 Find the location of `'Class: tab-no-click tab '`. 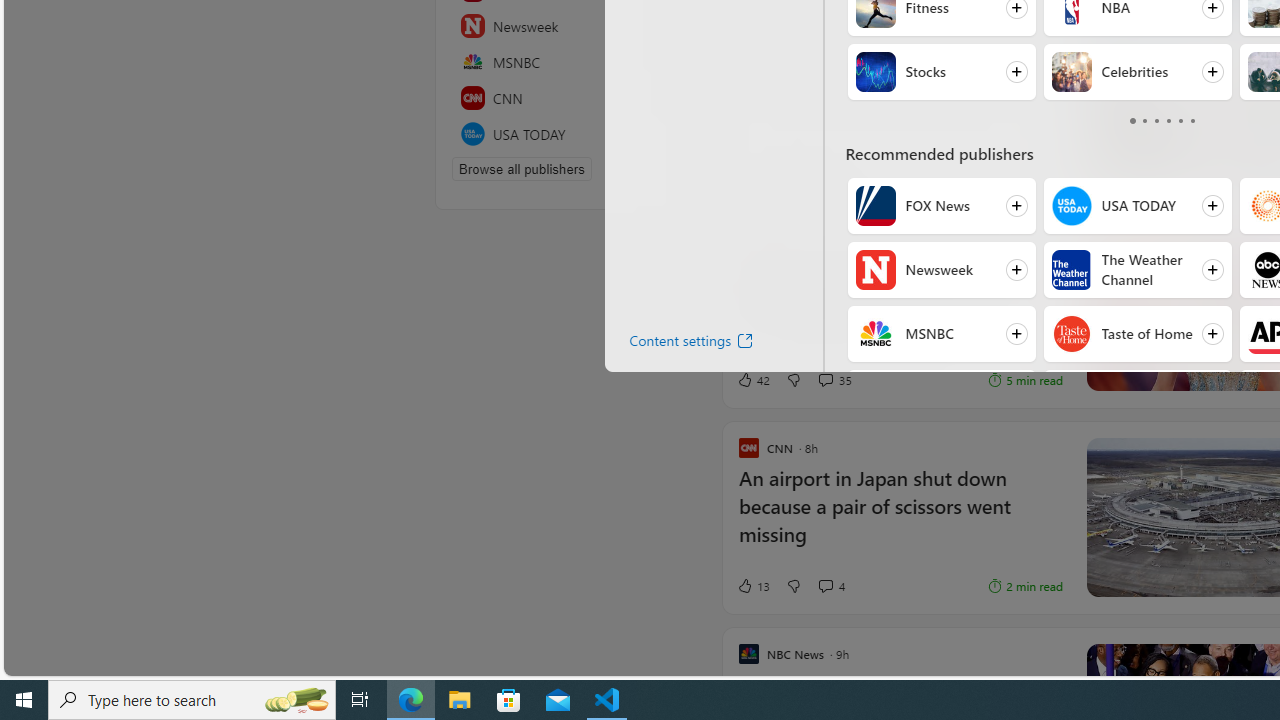

'Class: tab-no-click tab ' is located at coordinates (1192, 120).